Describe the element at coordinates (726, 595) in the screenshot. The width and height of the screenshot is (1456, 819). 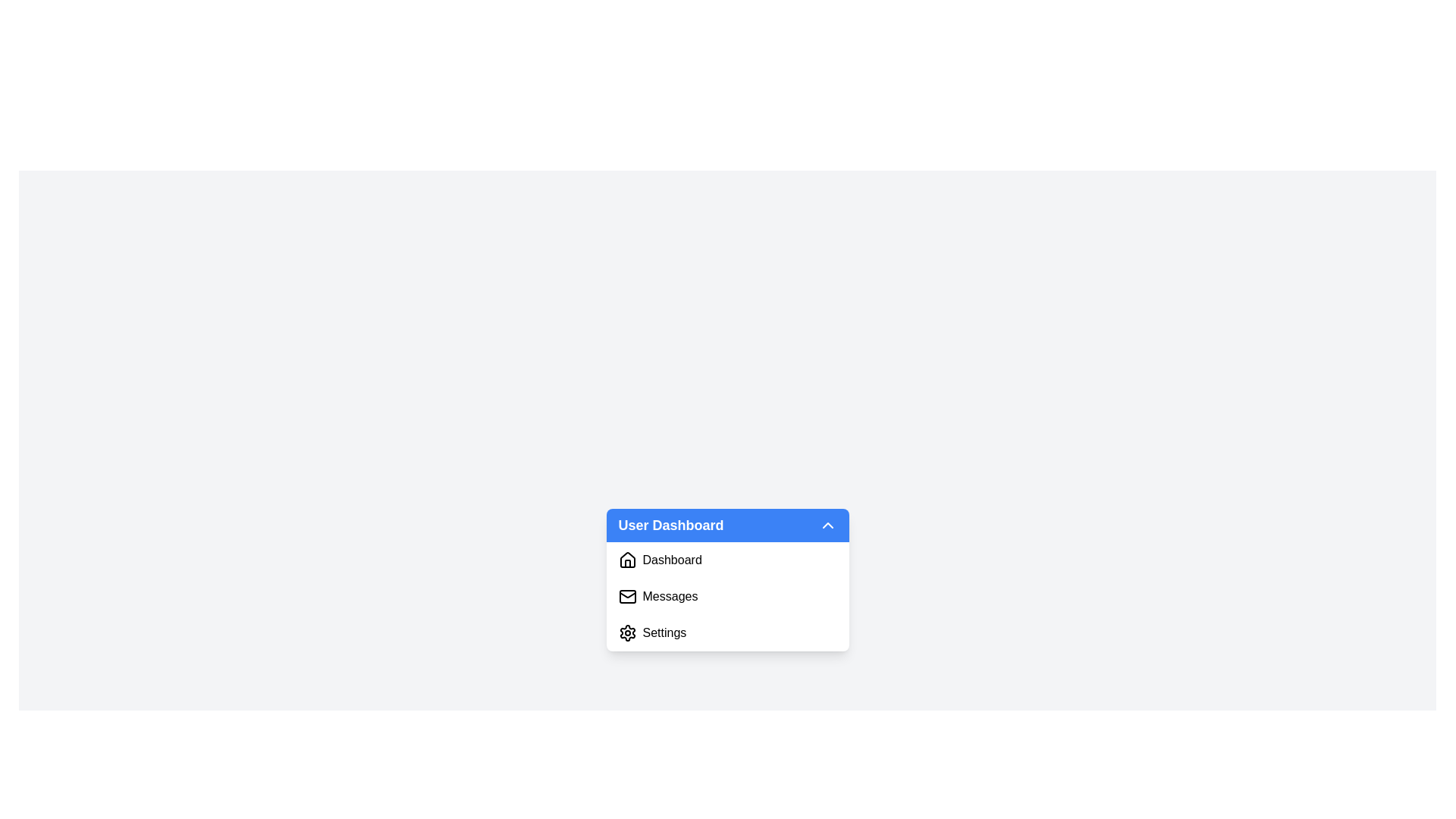
I see `the 'Messages' navigation list item to activate its hover effect, which is the second item in the vertical list within the white card interface` at that location.